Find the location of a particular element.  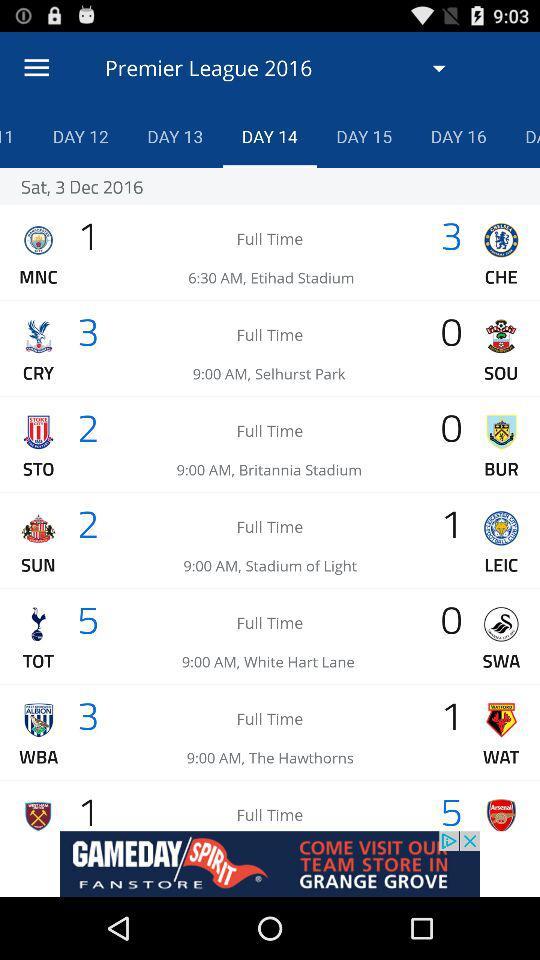

the icon which is below wba is located at coordinates (38, 815).